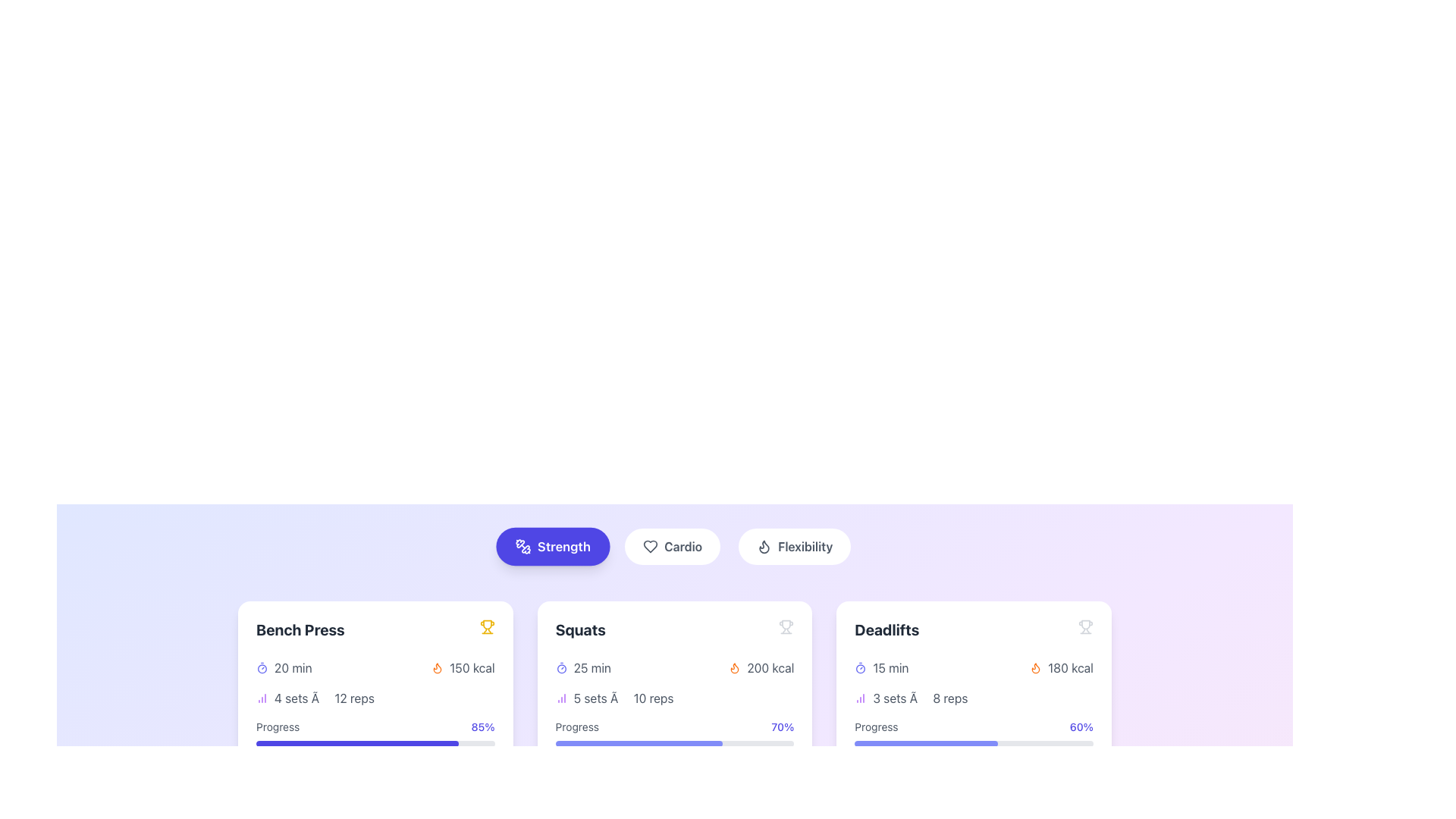 The image size is (1456, 819). What do you see at coordinates (974, 742) in the screenshot?
I see `the progress bar labeled 'Progress' located below the 'Deadlifts' title, which shows a completed portion in purple and a remaining portion in gray` at bounding box center [974, 742].